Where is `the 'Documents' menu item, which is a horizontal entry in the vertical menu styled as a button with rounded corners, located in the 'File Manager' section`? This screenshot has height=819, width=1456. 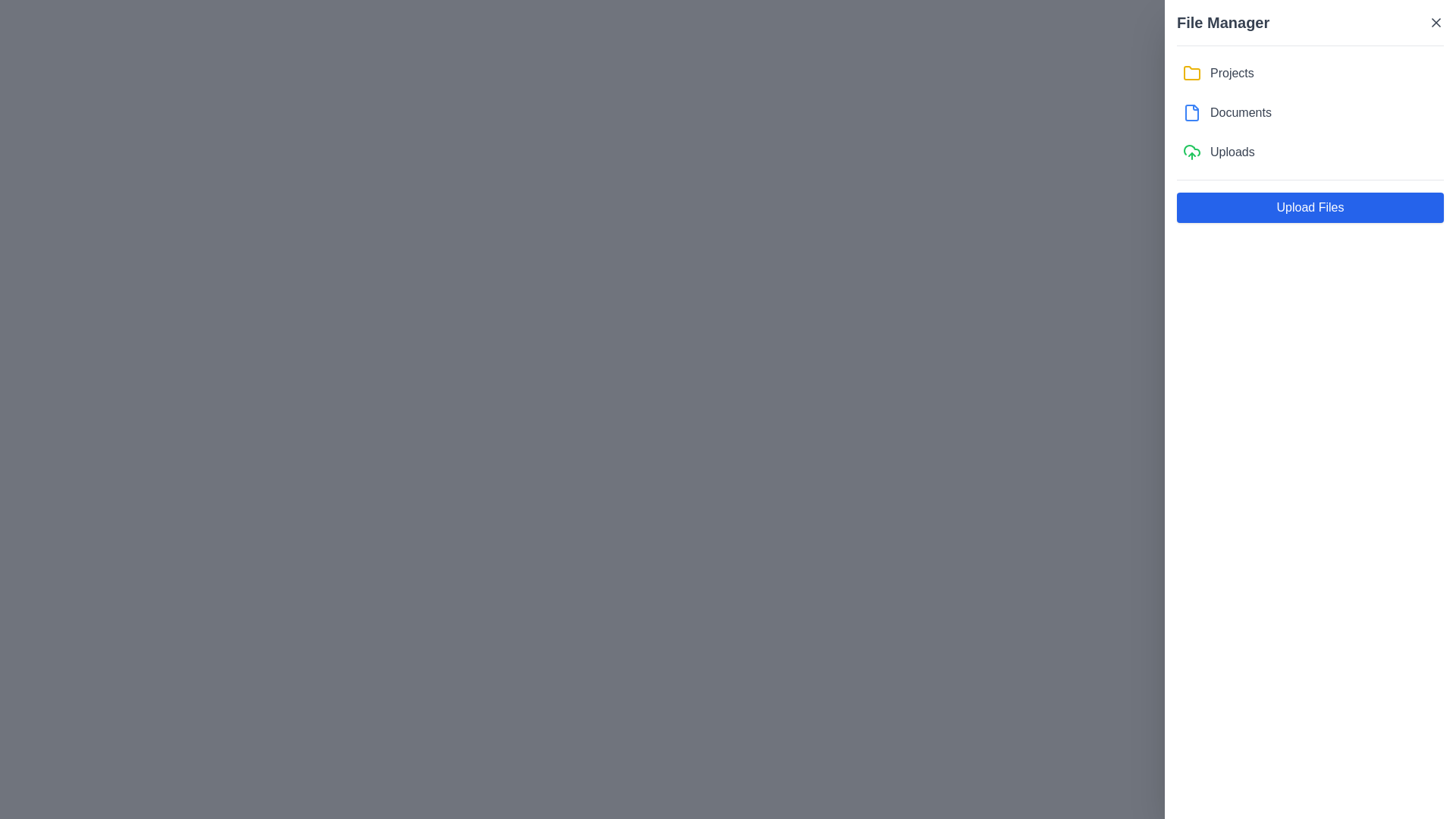
the 'Documents' menu item, which is a horizontal entry in the vertical menu styled as a button with rounded corners, located in the 'File Manager' section is located at coordinates (1310, 112).